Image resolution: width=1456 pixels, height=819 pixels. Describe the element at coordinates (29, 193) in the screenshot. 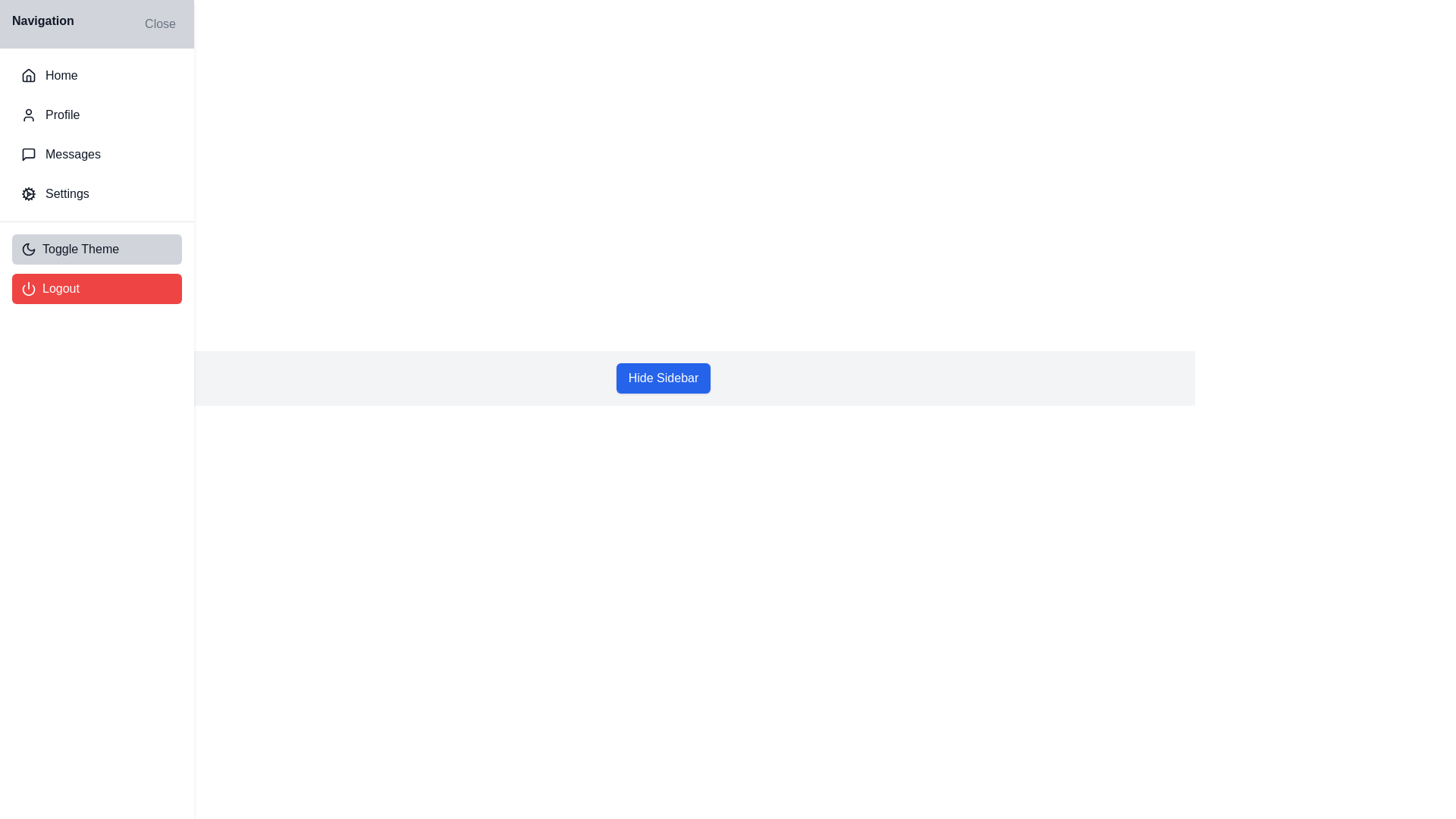

I see `the outermost circular shape of the gear icon in the settings menu list item located in the left sidebar` at that location.